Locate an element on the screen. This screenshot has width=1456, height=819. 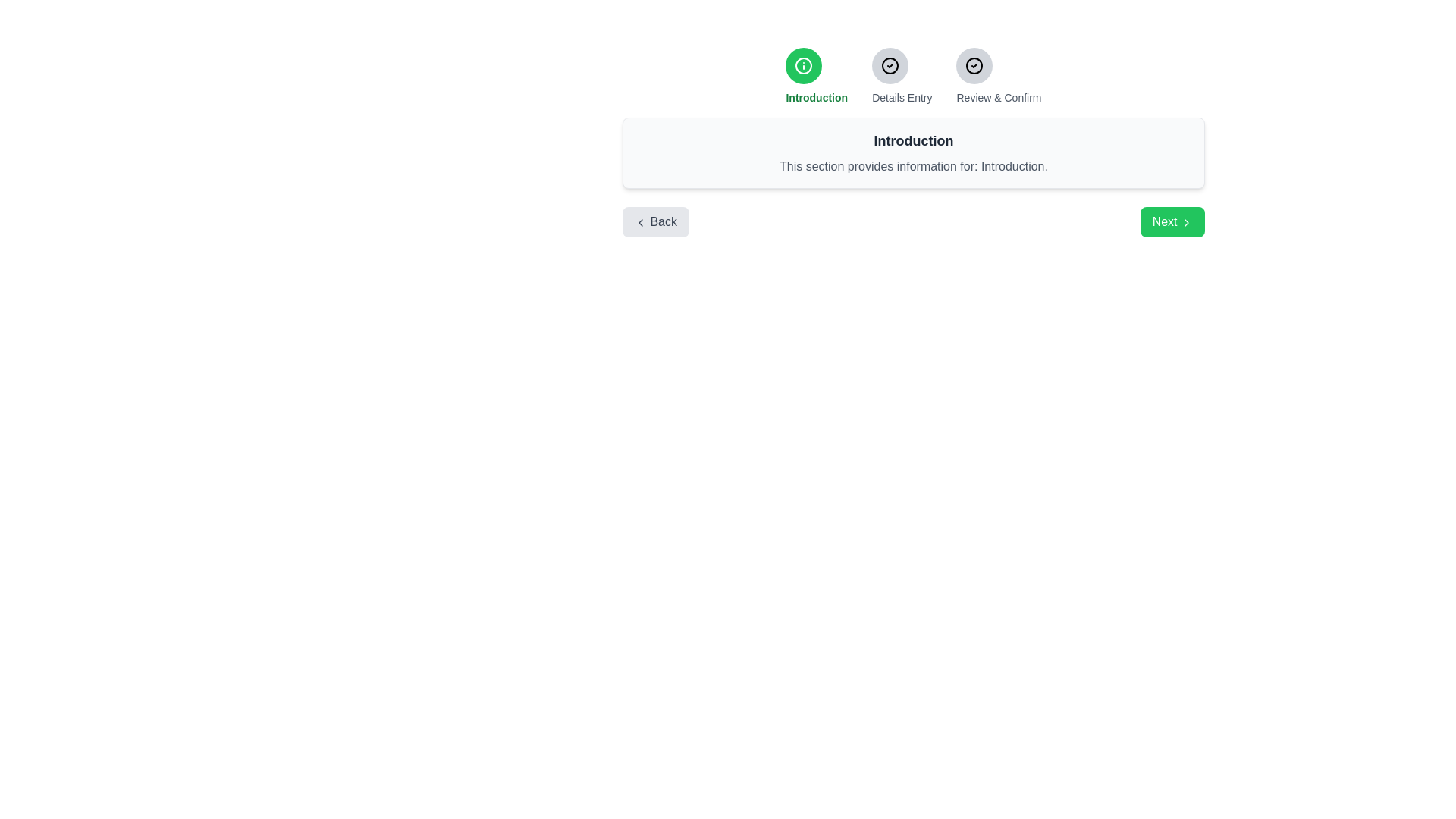
the step indicator for Introduction is located at coordinates (803, 65).